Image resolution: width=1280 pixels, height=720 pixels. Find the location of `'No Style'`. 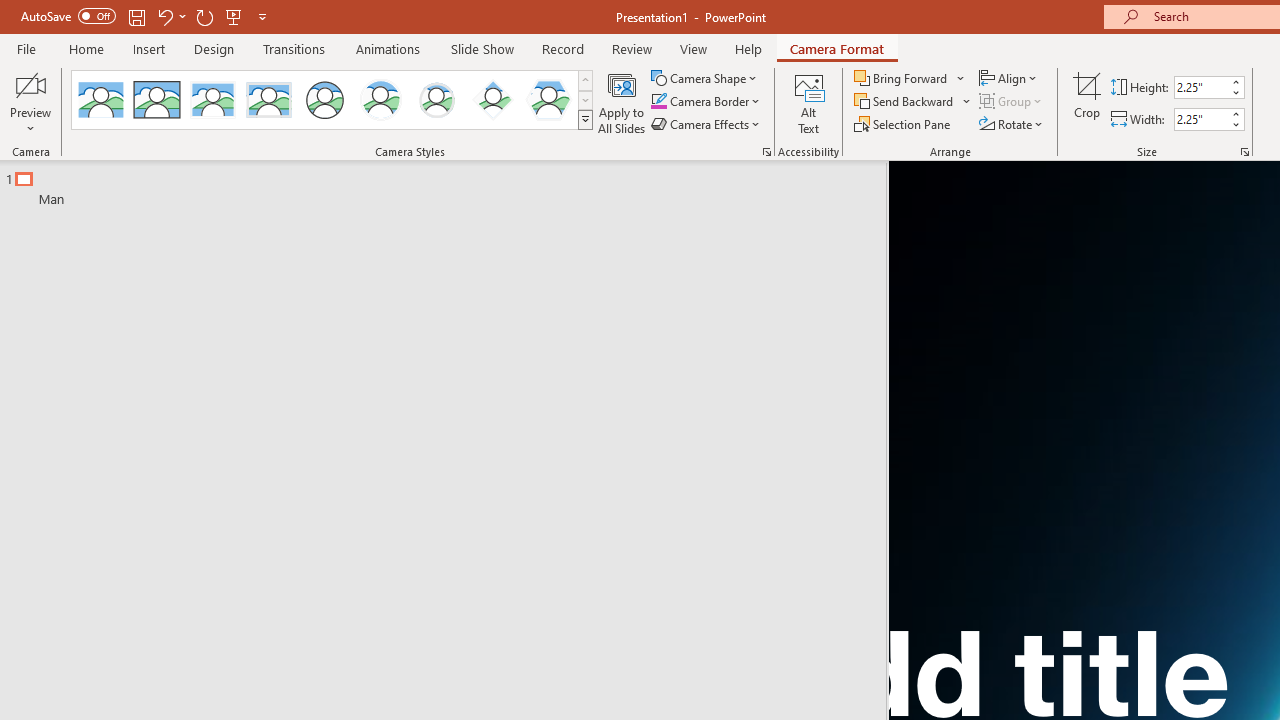

'No Style' is located at coordinates (100, 100).